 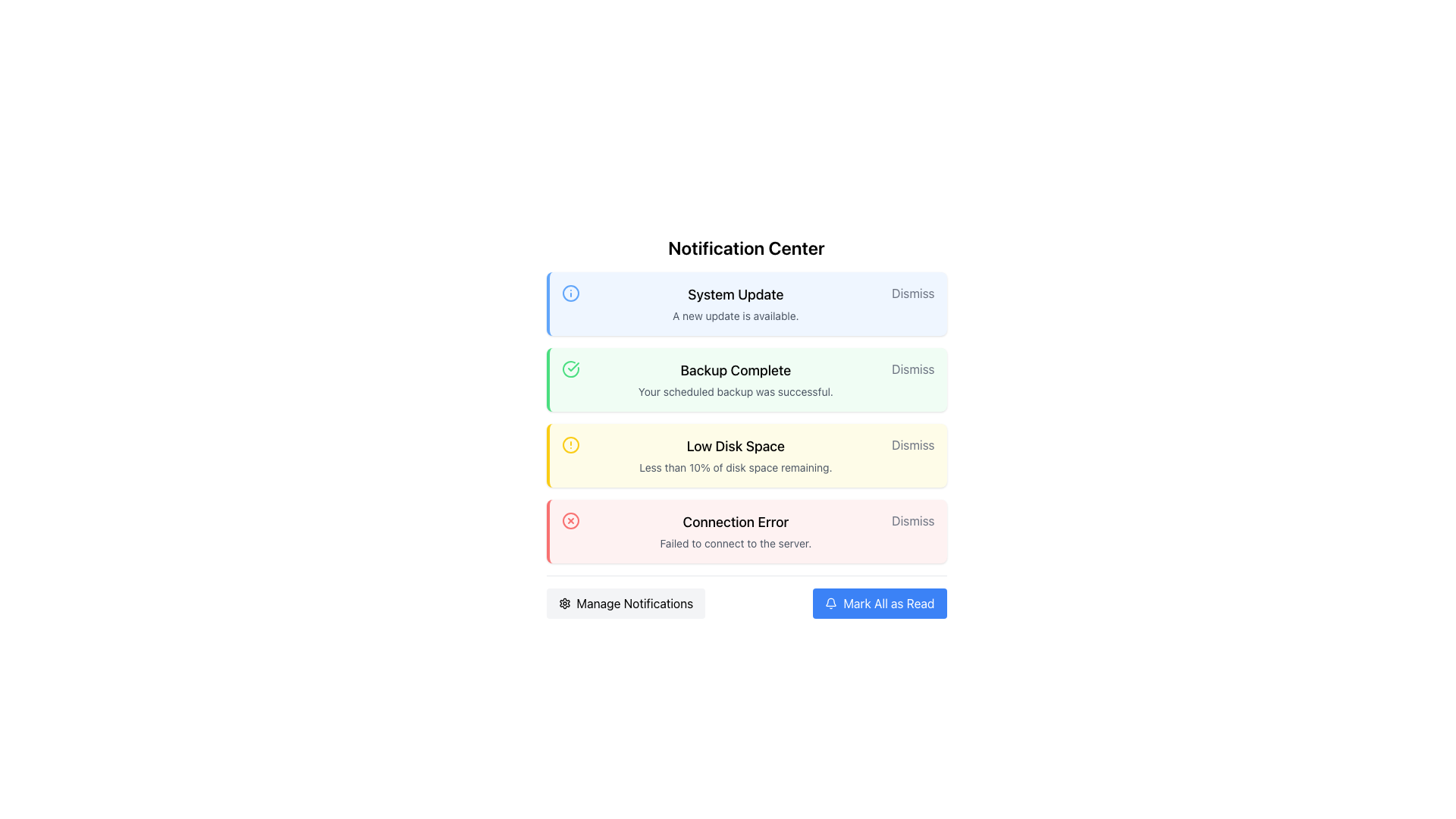 I want to click on the 'Dismiss' button in the upper right corner of the notification card labeled 'Backup Complete' to change its color, so click(x=912, y=369).